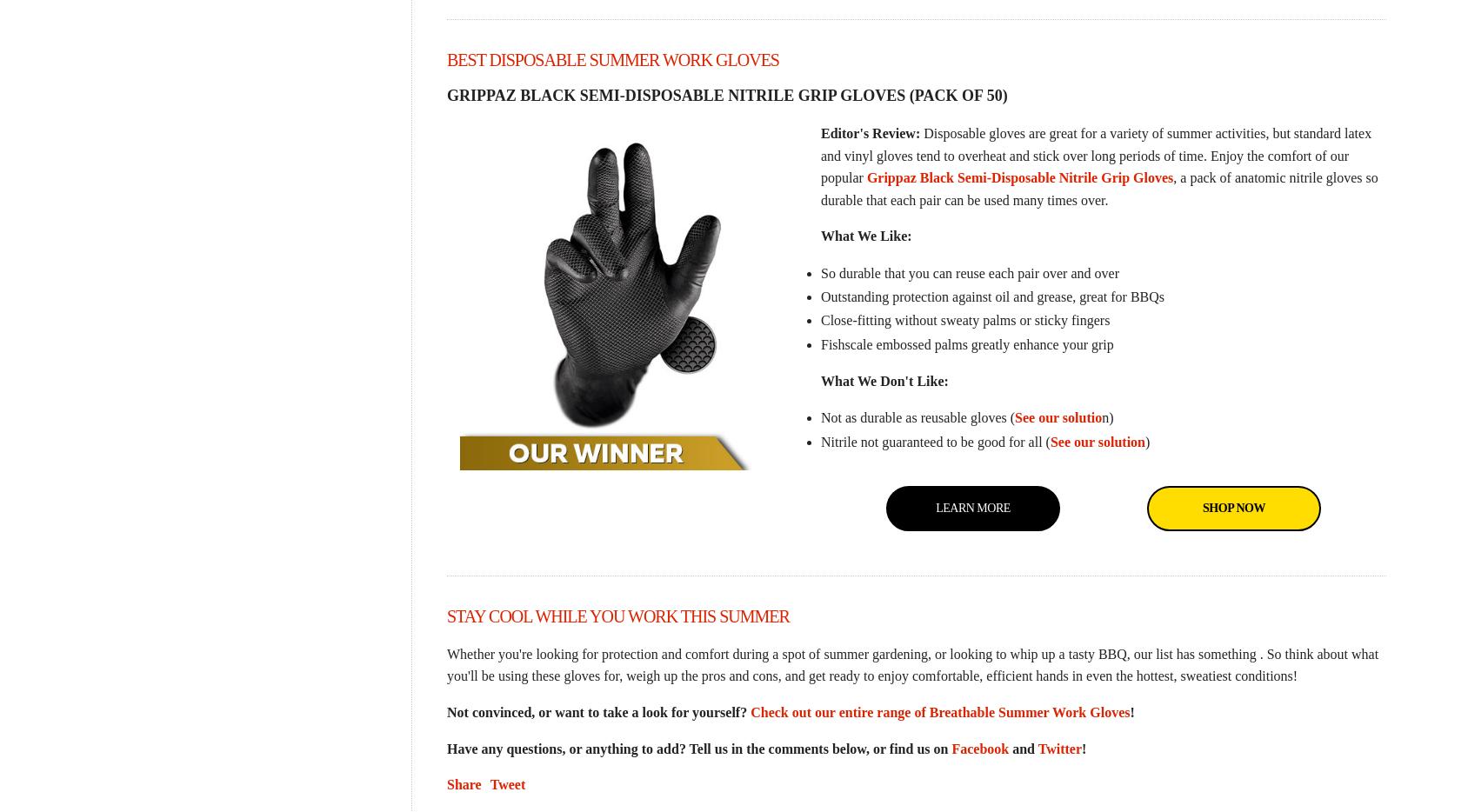 The height and width of the screenshot is (812, 1468). What do you see at coordinates (971, 506) in the screenshot?
I see `'Learn More'` at bounding box center [971, 506].